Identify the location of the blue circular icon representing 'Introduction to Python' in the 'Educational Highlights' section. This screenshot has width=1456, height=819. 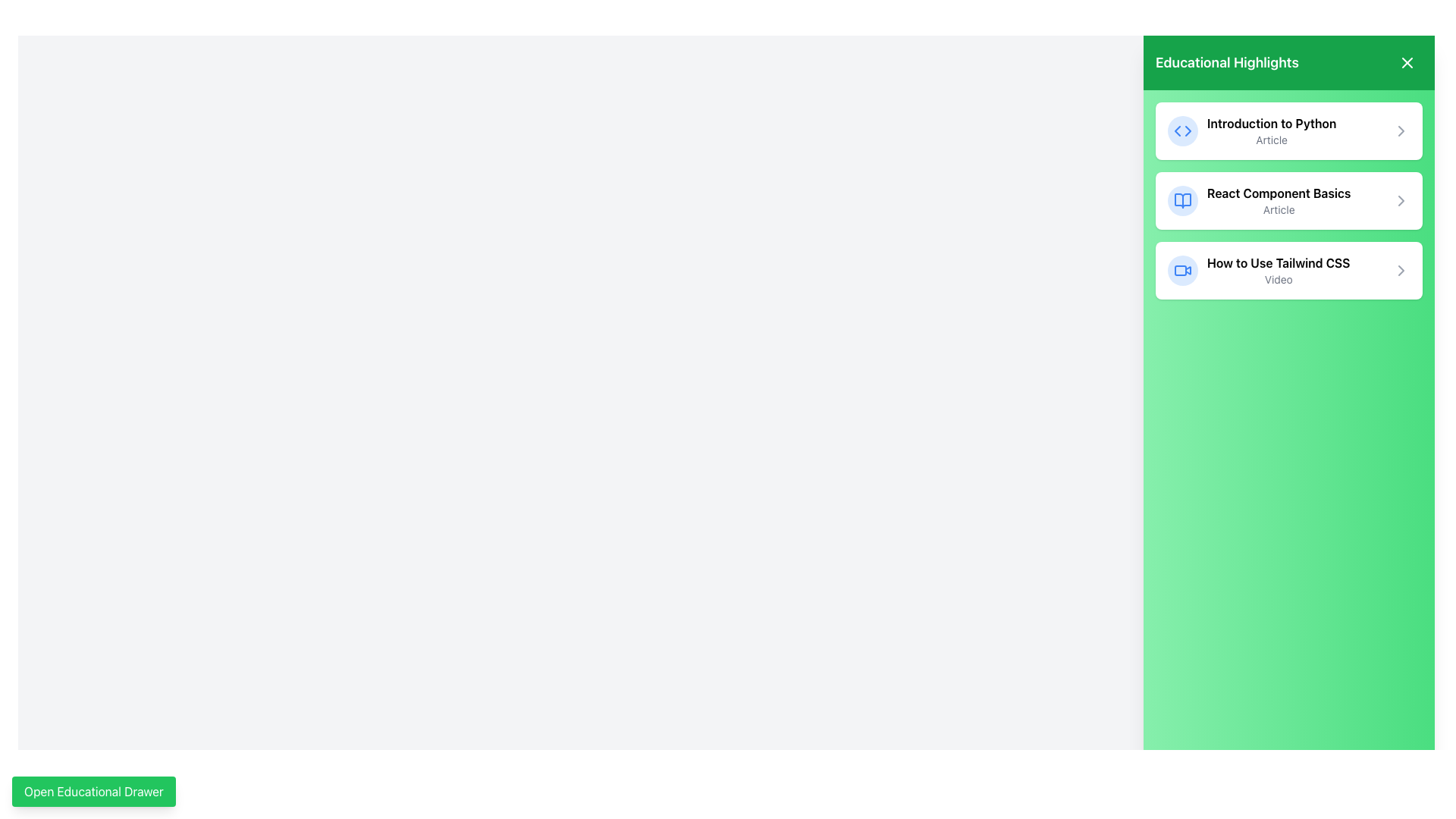
(1182, 130).